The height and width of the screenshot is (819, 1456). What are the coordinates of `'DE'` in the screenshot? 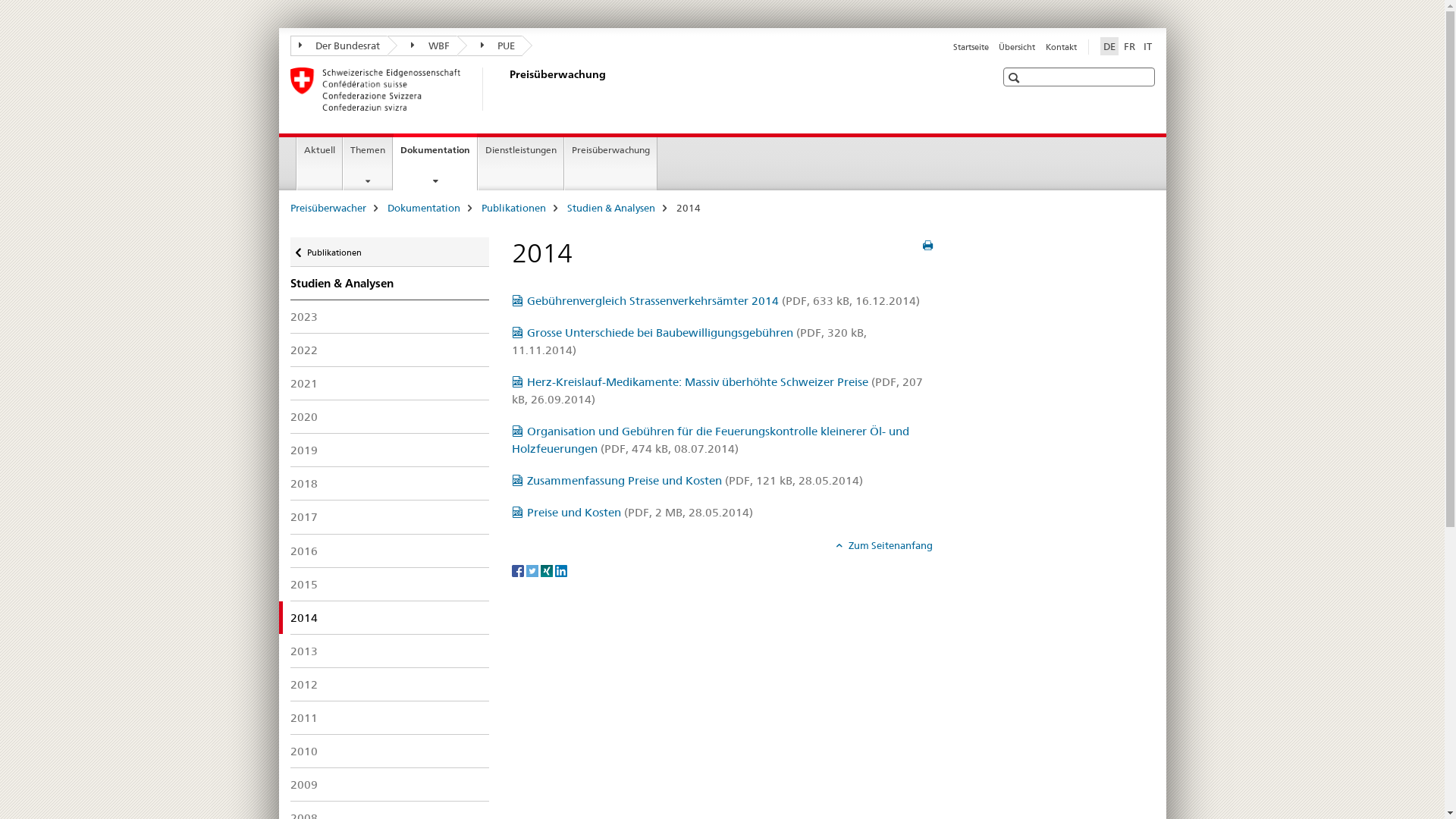 It's located at (1099, 45).